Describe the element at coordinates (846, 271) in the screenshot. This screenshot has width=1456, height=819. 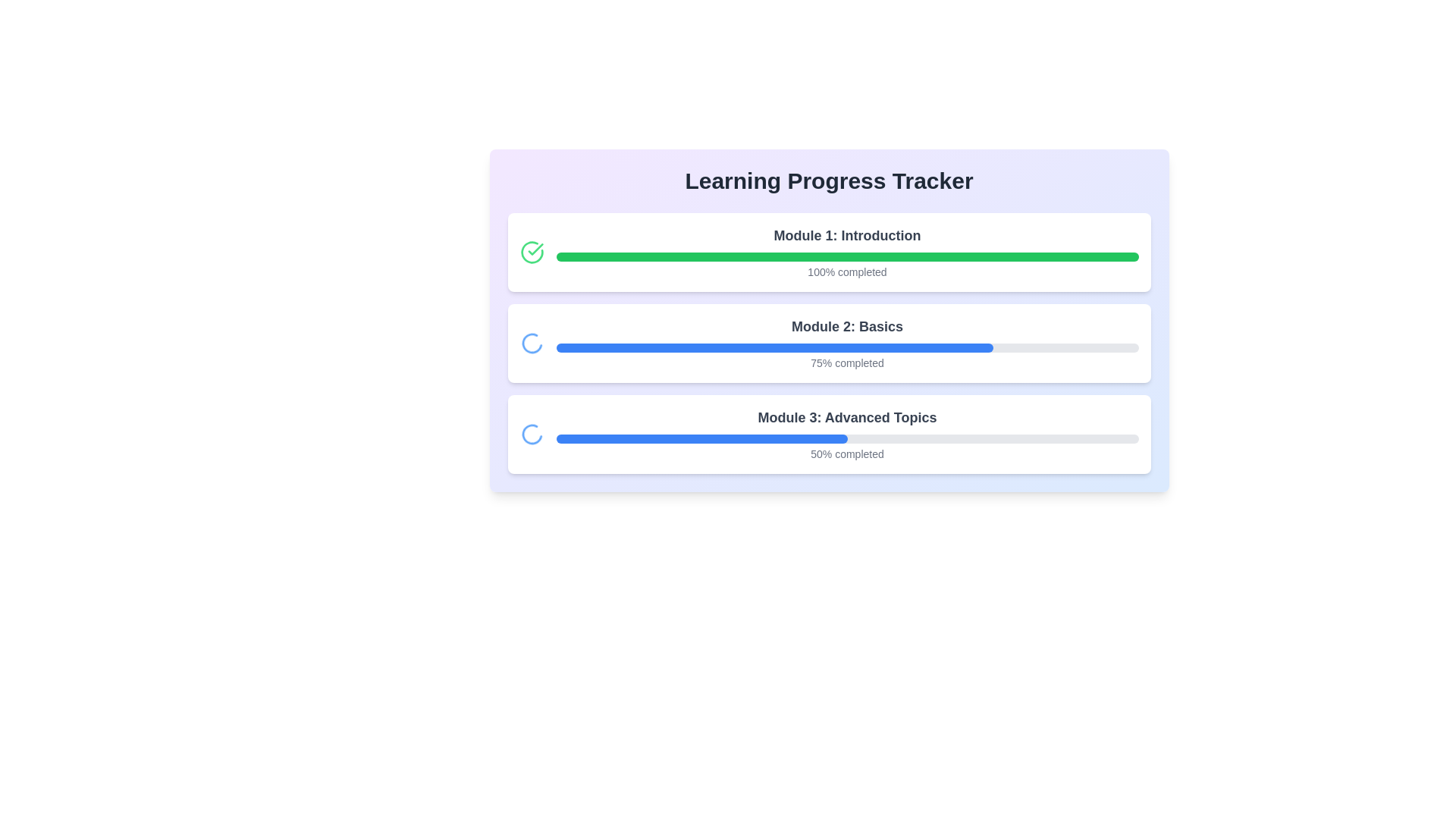
I see `the text label displaying '100% completed' which is styled in smaller gray sans-serif font and located below the green progress bar in the 'Module 1: Introduction' section` at that location.